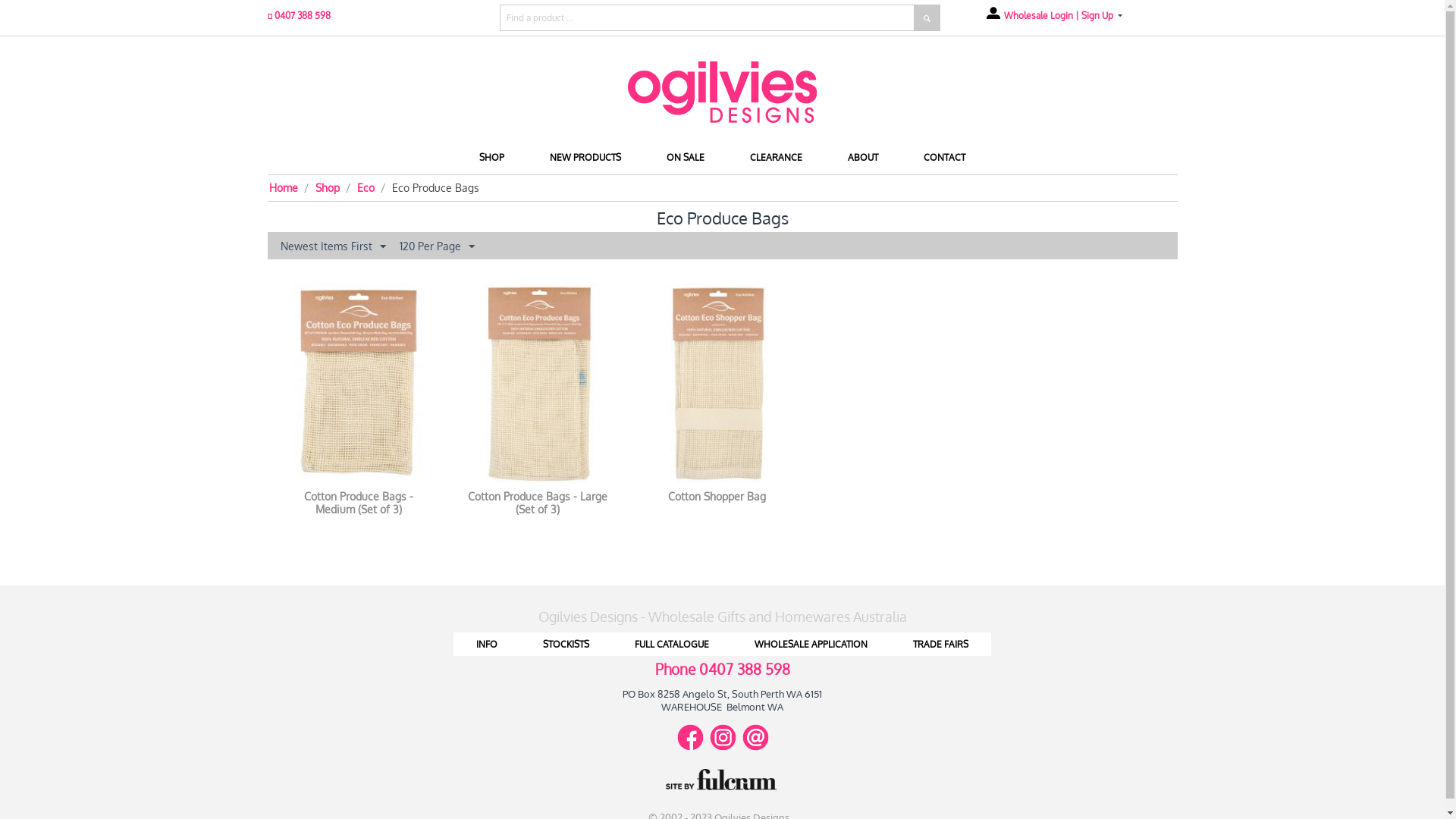  What do you see at coordinates (283, 187) in the screenshot?
I see `'Home'` at bounding box center [283, 187].